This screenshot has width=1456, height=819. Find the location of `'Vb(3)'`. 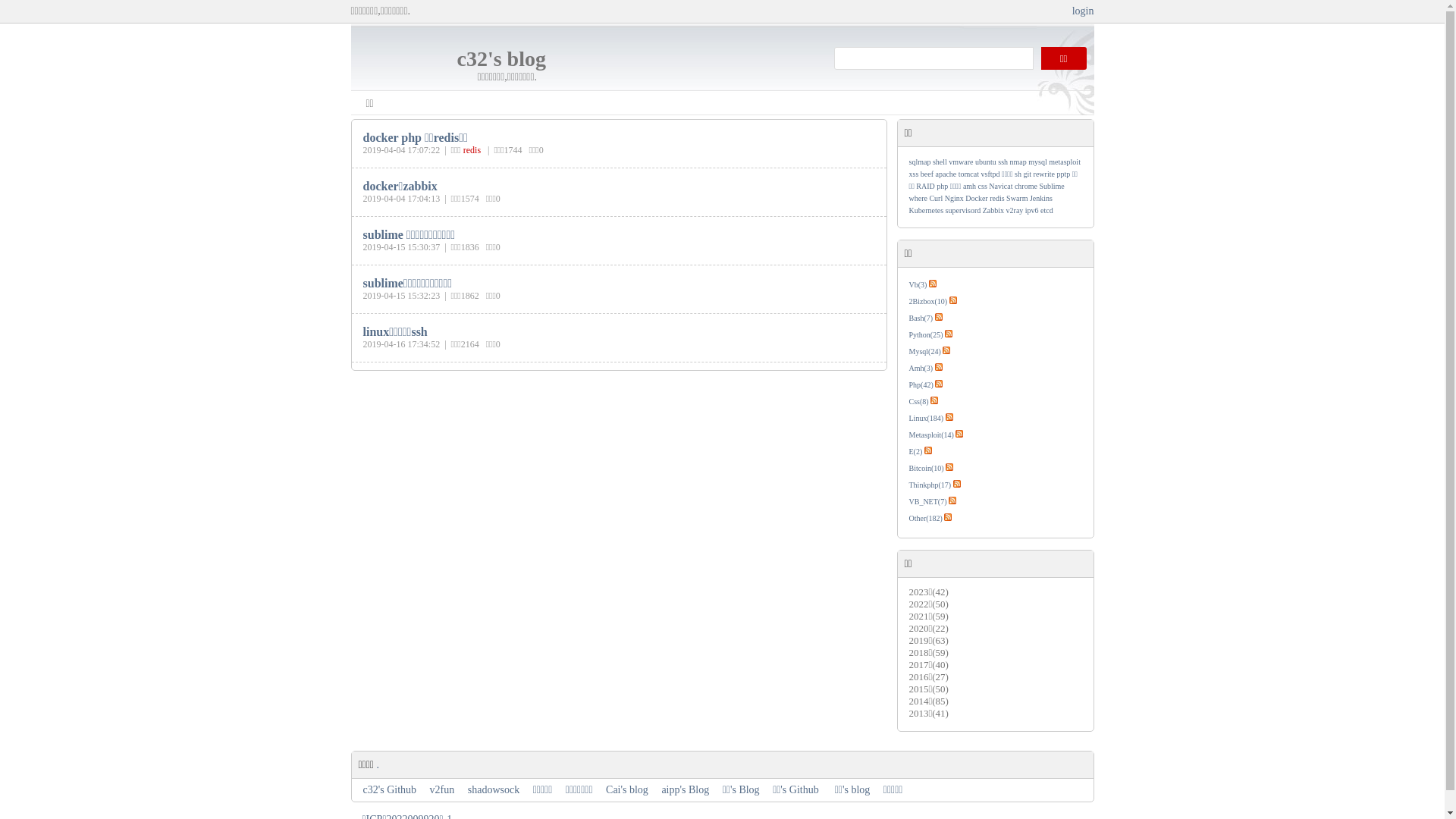

'Vb(3)' is located at coordinates (916, 284).